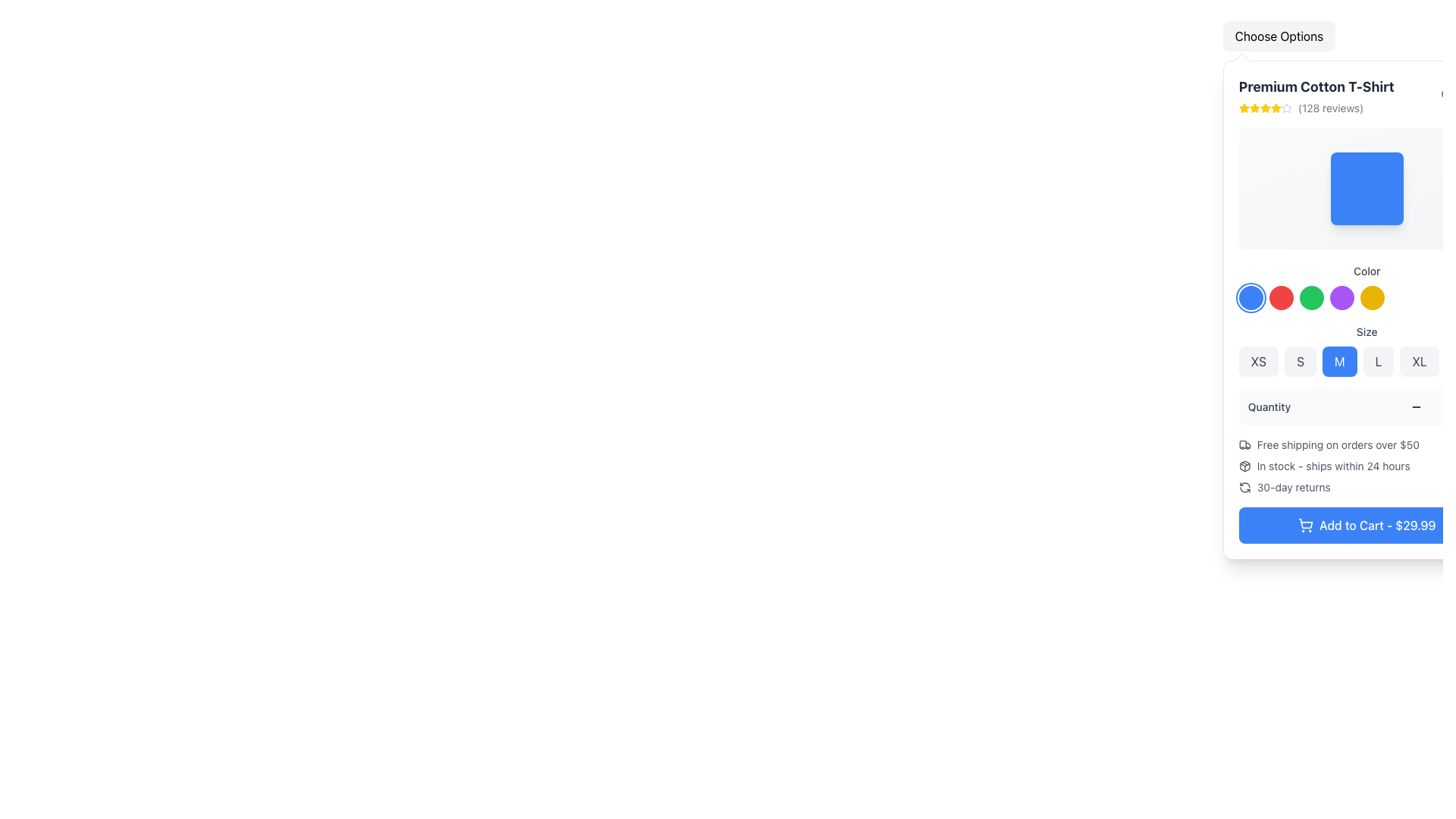  Describe the element at coordinates (1285, 107) in the screenshot. I see `the fifth star icon in the rating display below the title 'Premium Cotton T-Shirt', which is styled with a 'text-gray-300' color` at that location.